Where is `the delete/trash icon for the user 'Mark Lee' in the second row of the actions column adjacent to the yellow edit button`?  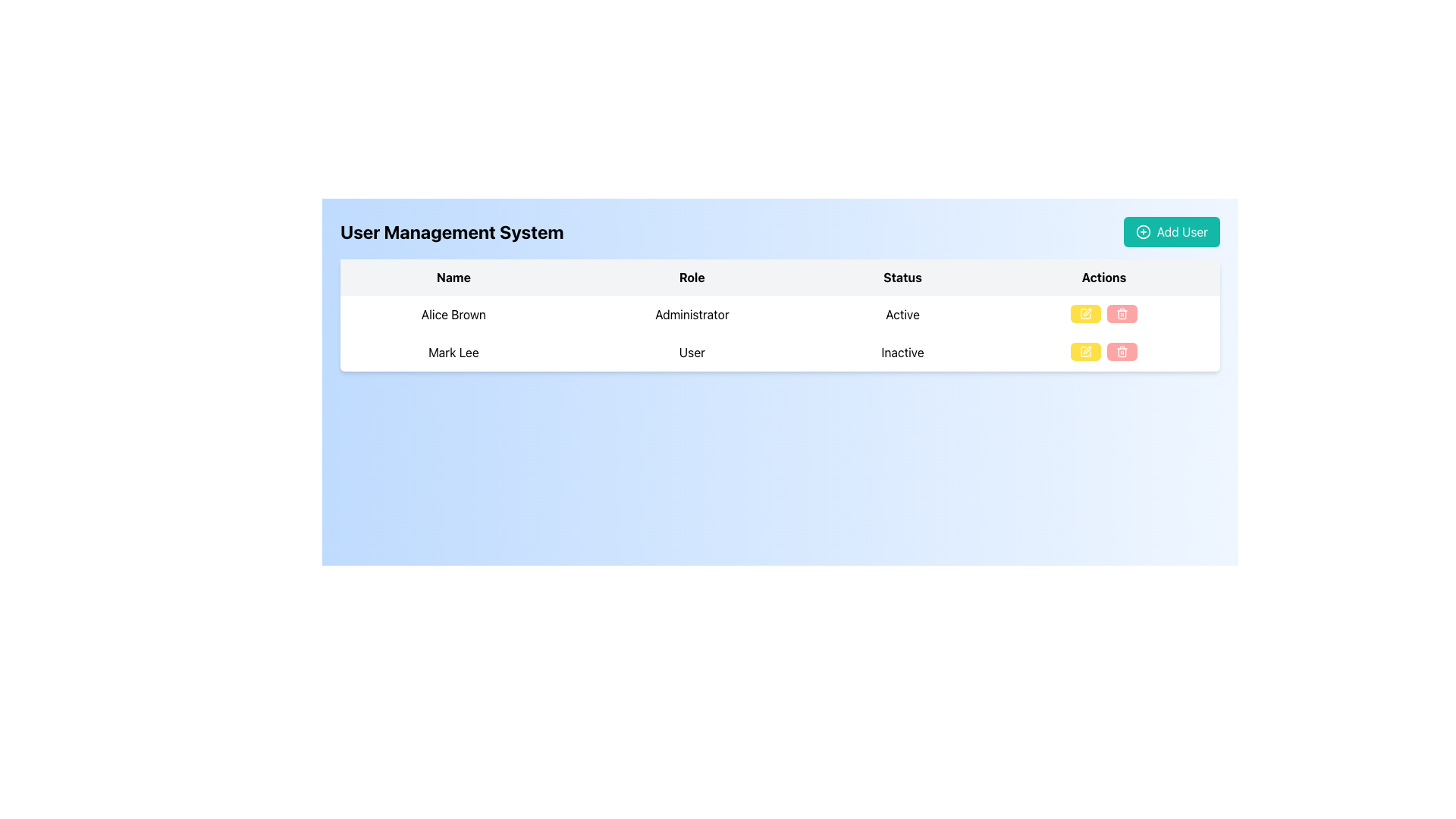 the delete/trash icon for the user 'Mark Lee' in the second row of the actions column adjacent to the yellow edit button is located at coordinates (1122, 314).